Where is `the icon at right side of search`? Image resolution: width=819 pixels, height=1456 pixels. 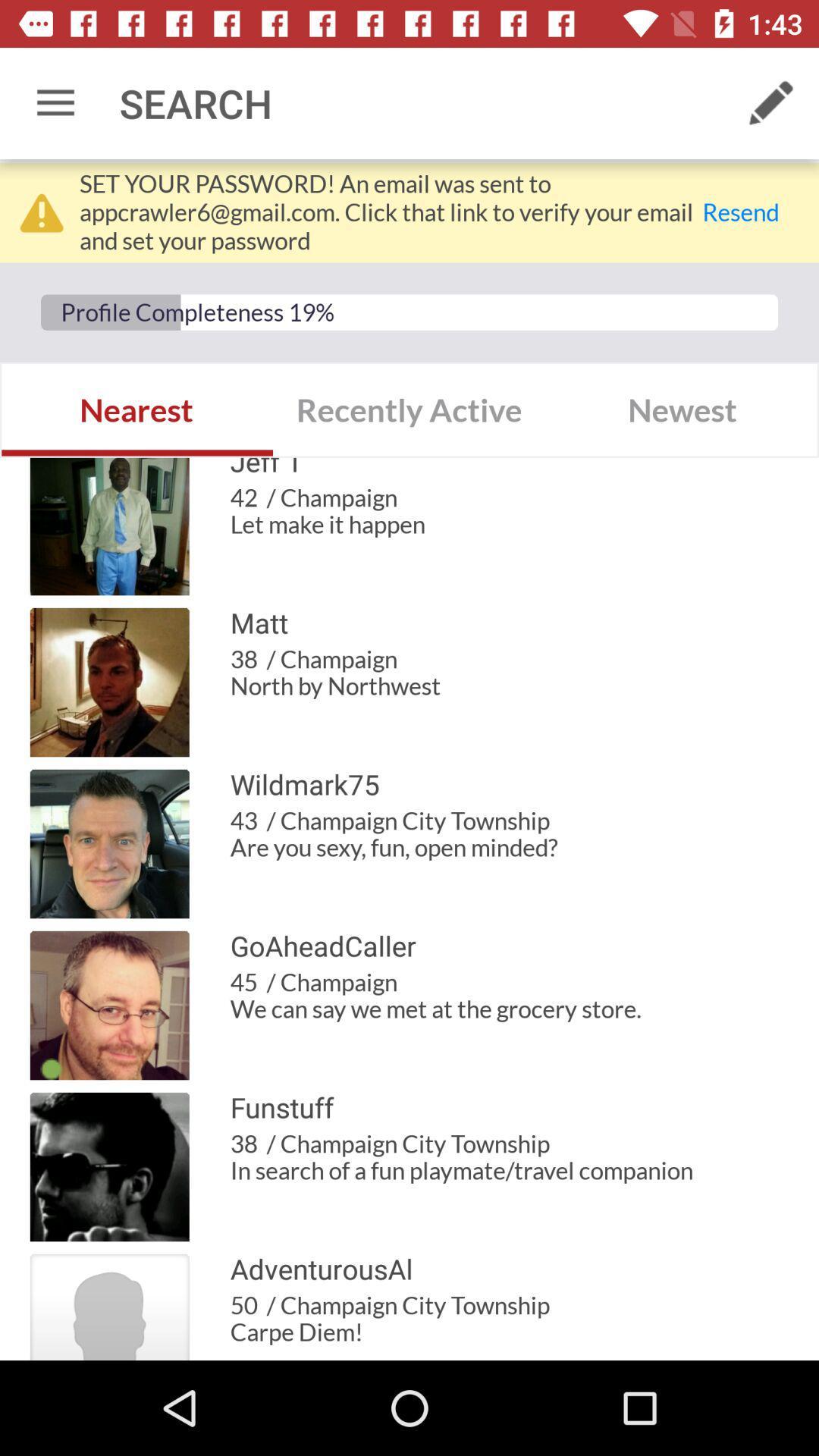
the icon at right side of search is located at coordinates (771, 103).